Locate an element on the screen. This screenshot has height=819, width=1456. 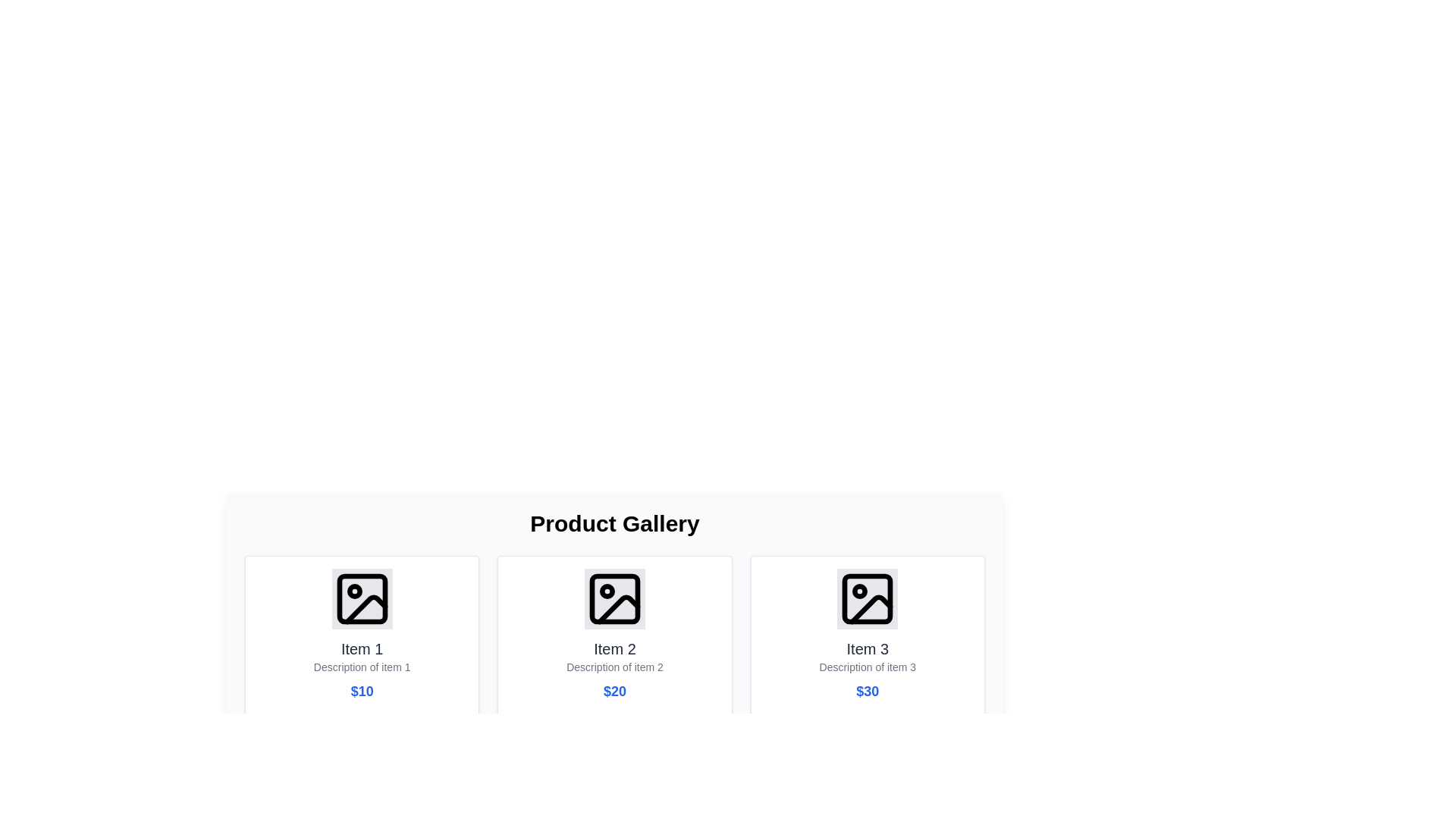
contents of the text label that provides a summary for 'Item 3' located in the product gallery, positioned below the title 'Item 3' and above the text '$30' is located at coordinates (868, 666).